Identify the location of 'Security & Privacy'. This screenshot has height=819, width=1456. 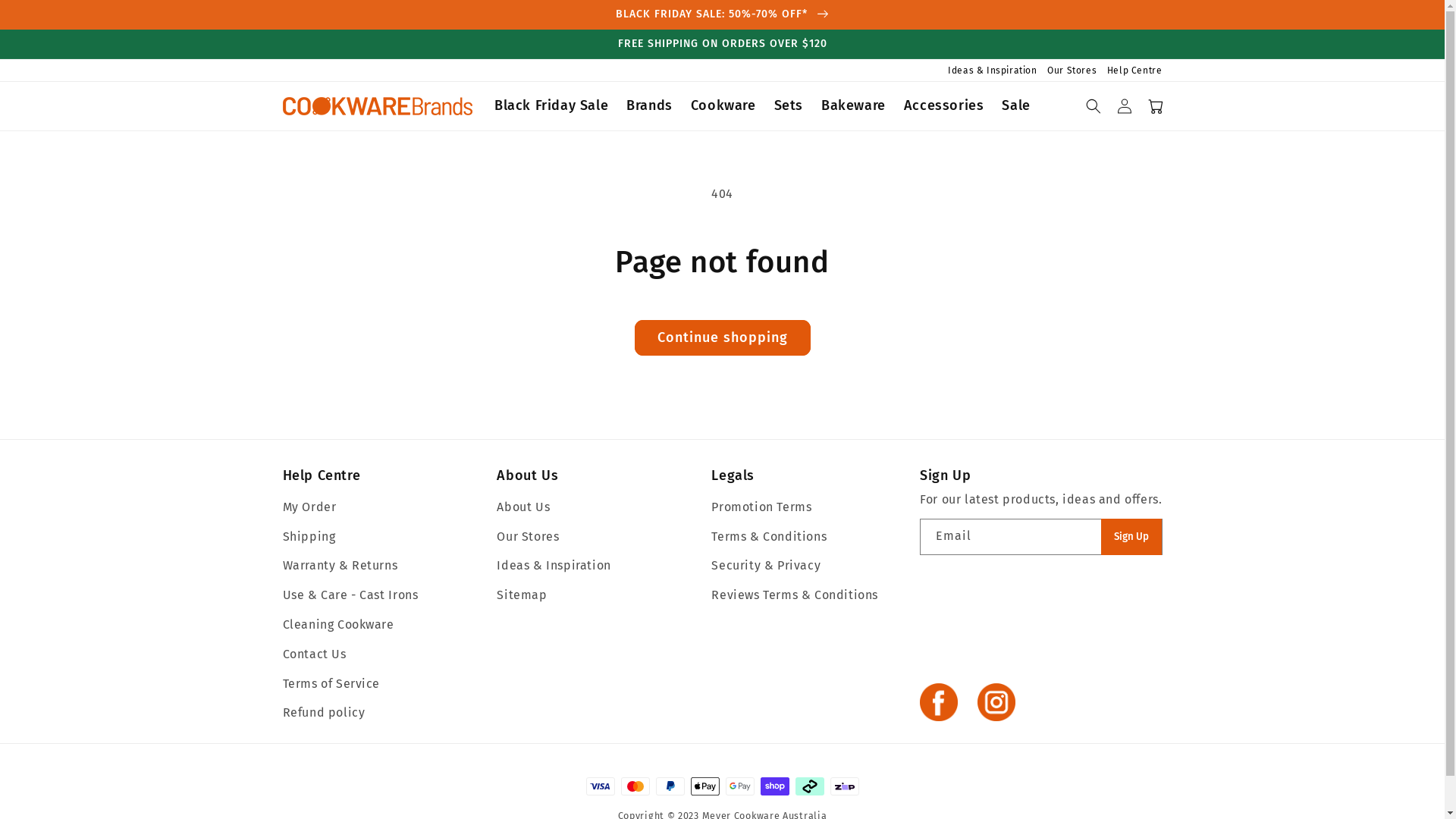
(710, 566).